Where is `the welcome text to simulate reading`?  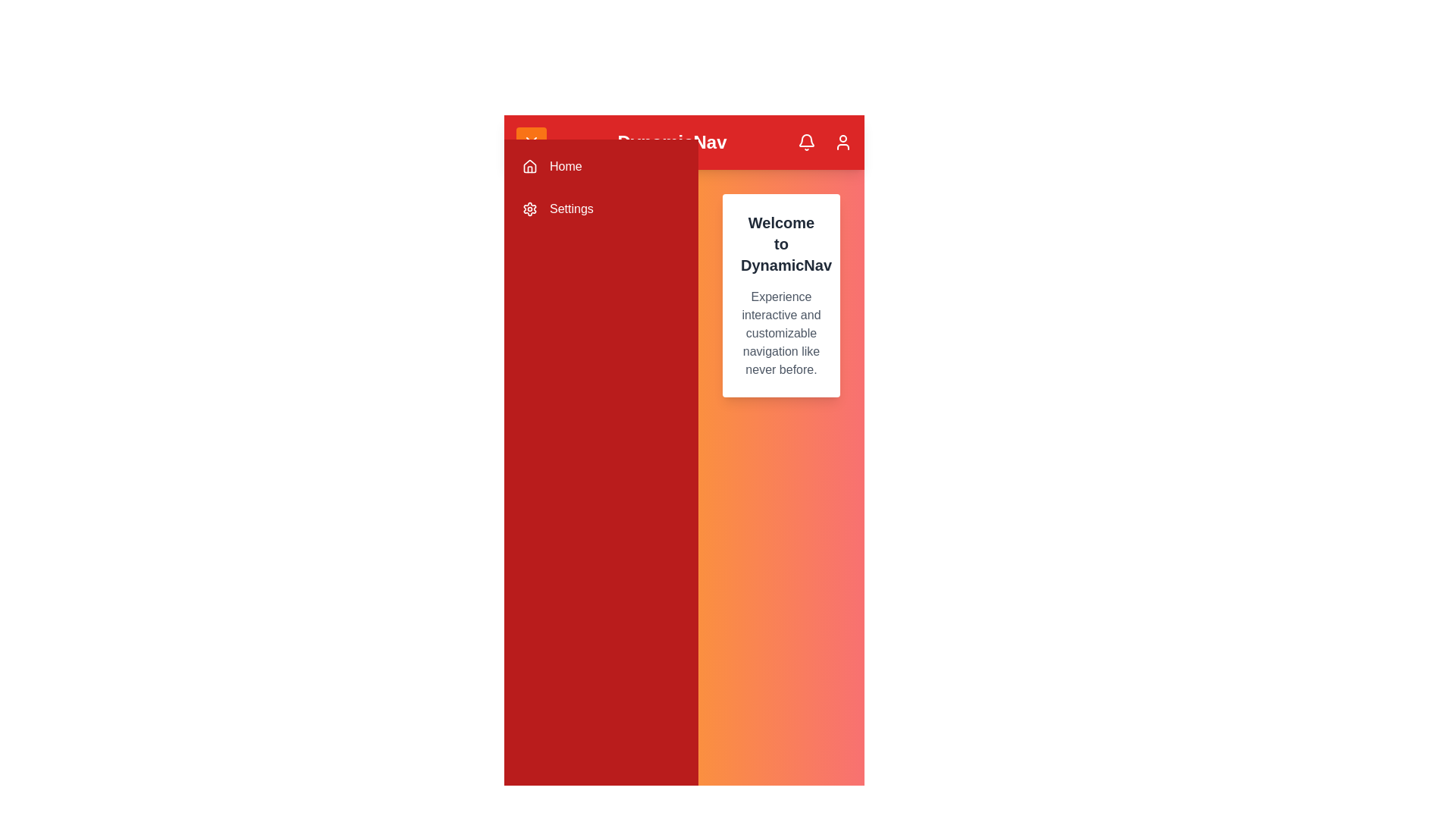
the welcome text to simulate reading is located at coordinates (781, 295).